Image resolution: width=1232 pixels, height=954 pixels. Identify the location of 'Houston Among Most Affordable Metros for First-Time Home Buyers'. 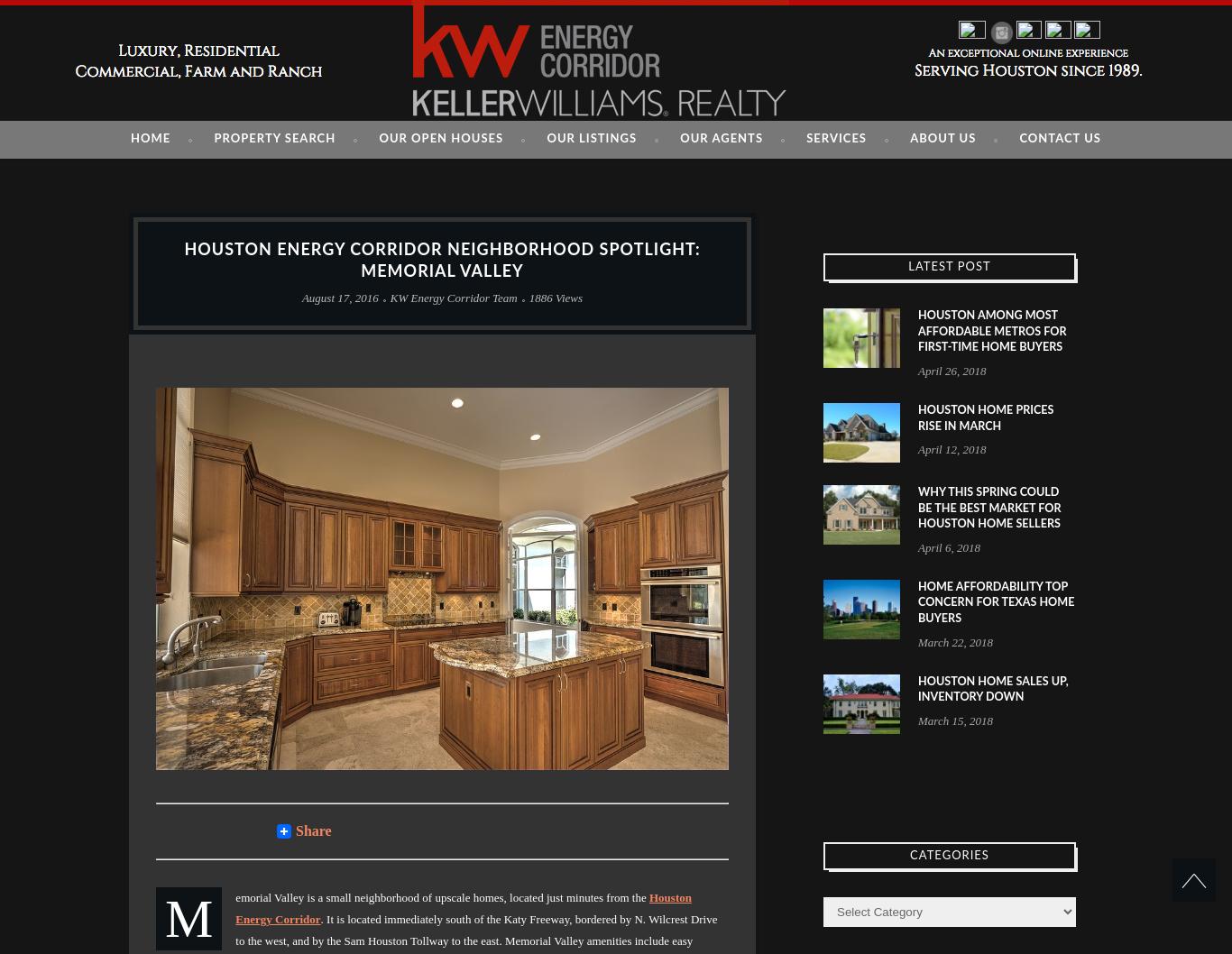
(991, 331).